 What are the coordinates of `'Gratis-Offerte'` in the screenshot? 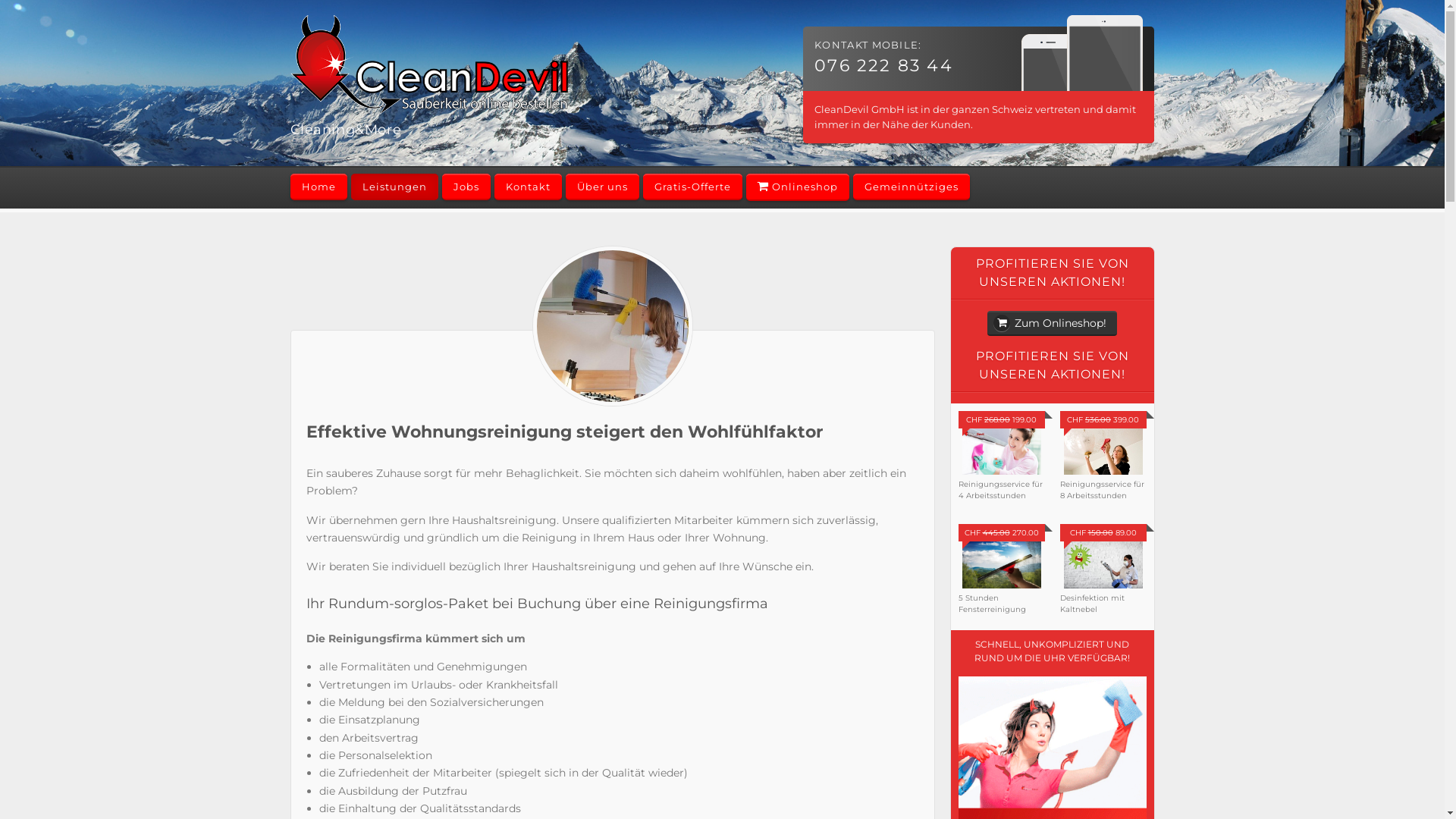 It's located at (643, 186).